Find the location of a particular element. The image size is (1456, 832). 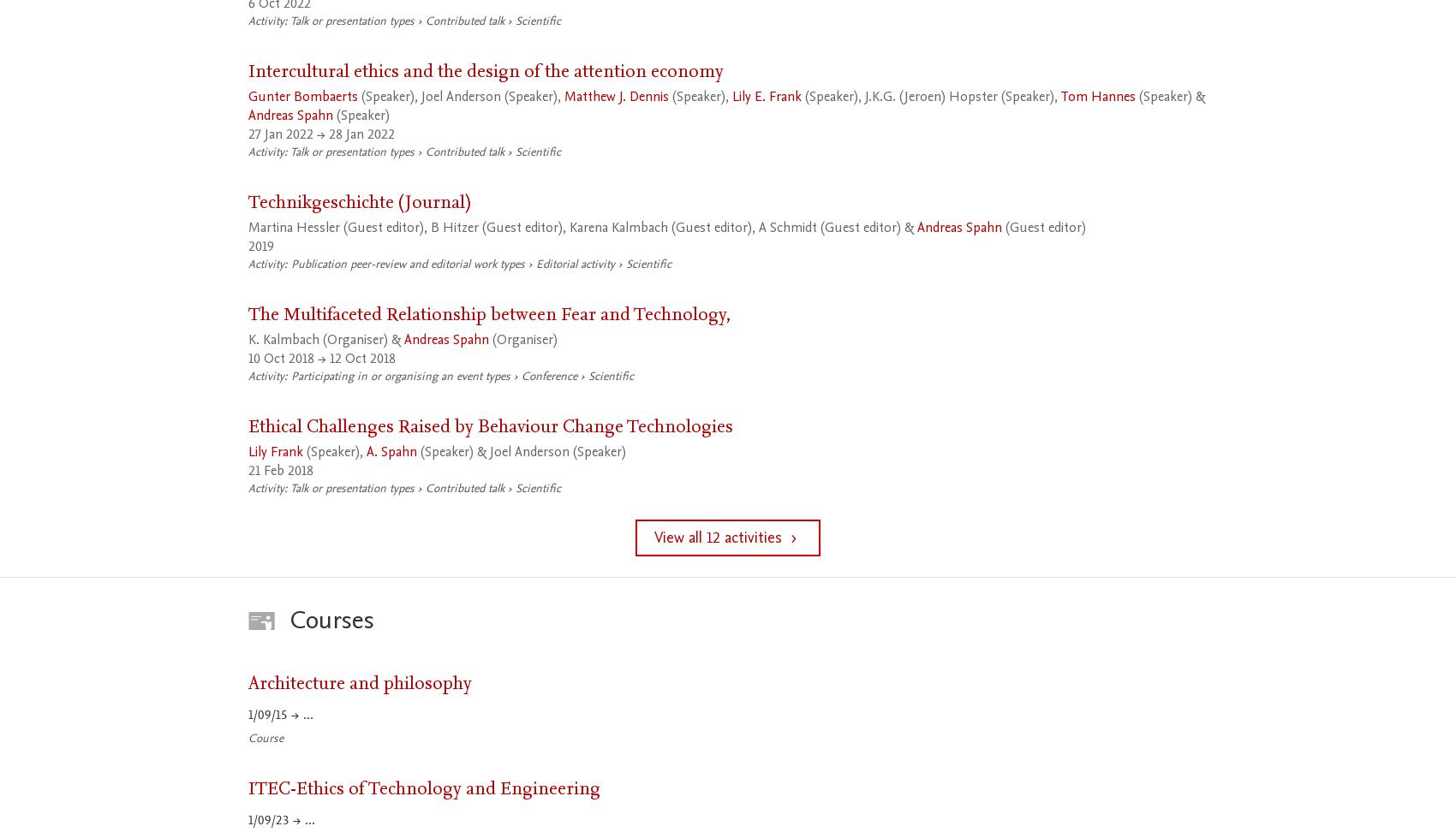

'21 Feb 2018' is located at coordinates (279, 469).